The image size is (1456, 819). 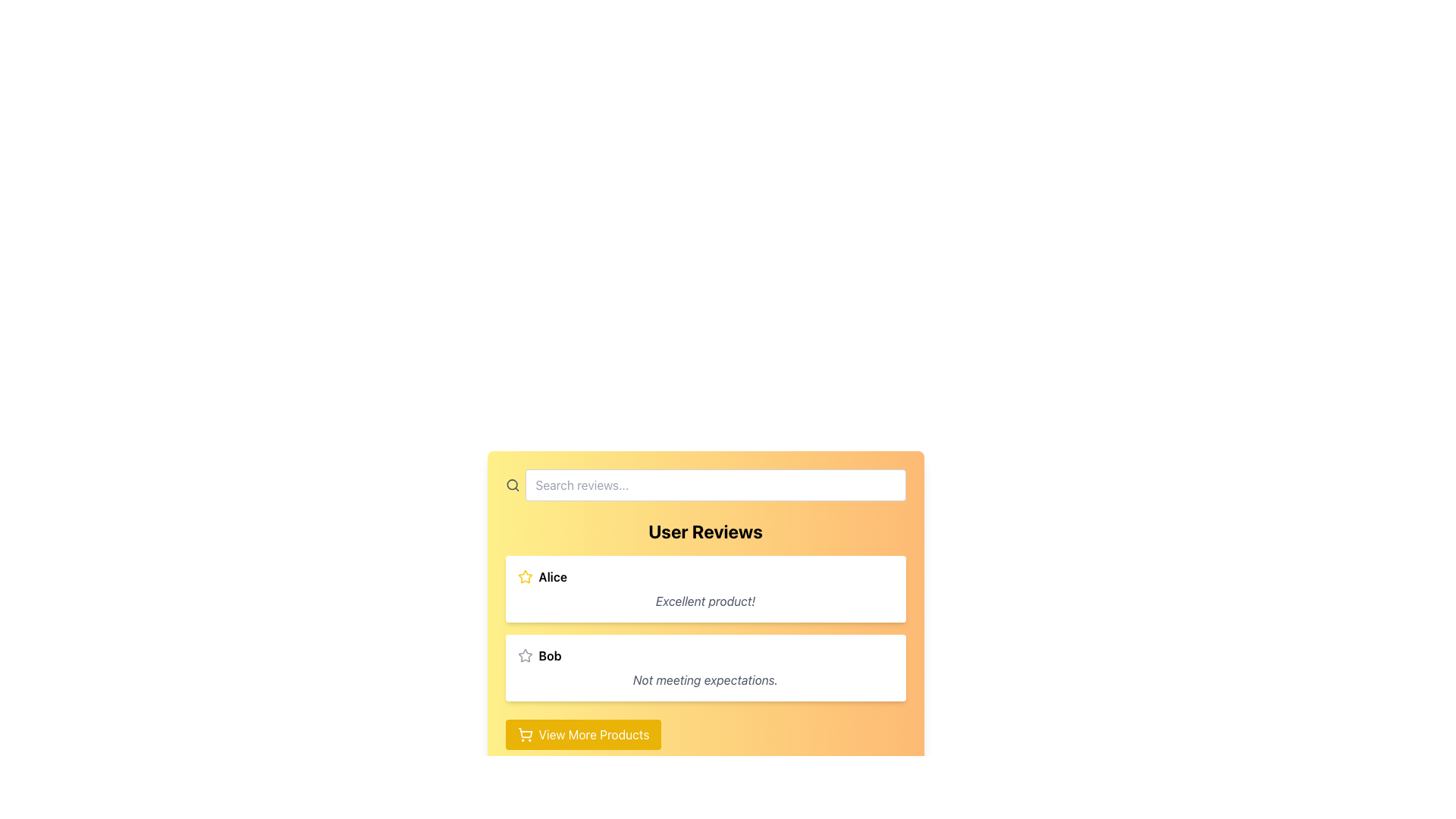 I want to click on the star icon indicating the user's rating located to the immediate left of the text 'Alice' in the 'User Reviews' section, so click(x=525, y=576).